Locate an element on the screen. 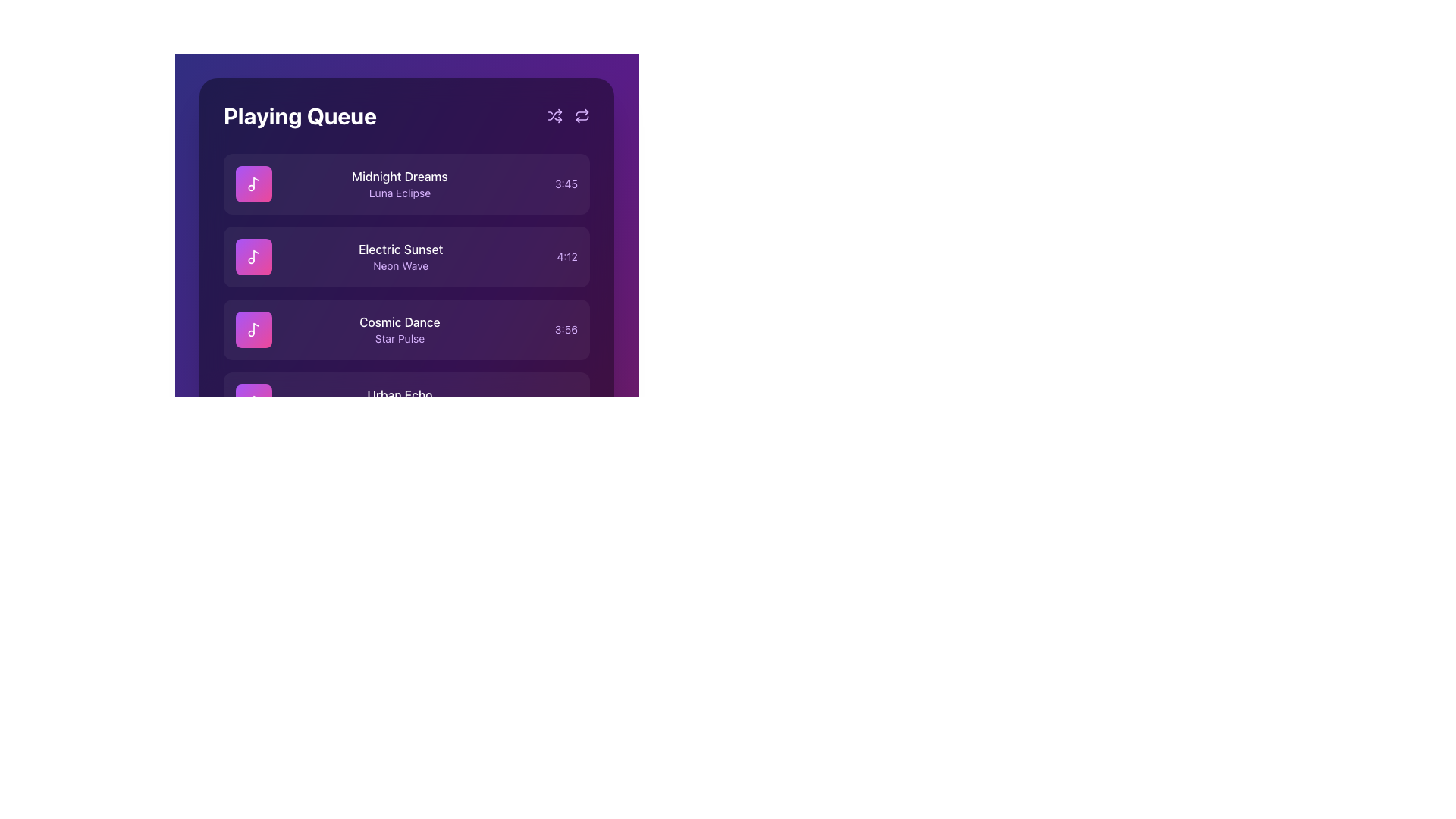 Image resolution: width=1456 pixels, height=819 pixels. the song entry text display for 'Urban Echo' in the playlist, which is the fourth entry from the top is located at coordinates (400, 402).